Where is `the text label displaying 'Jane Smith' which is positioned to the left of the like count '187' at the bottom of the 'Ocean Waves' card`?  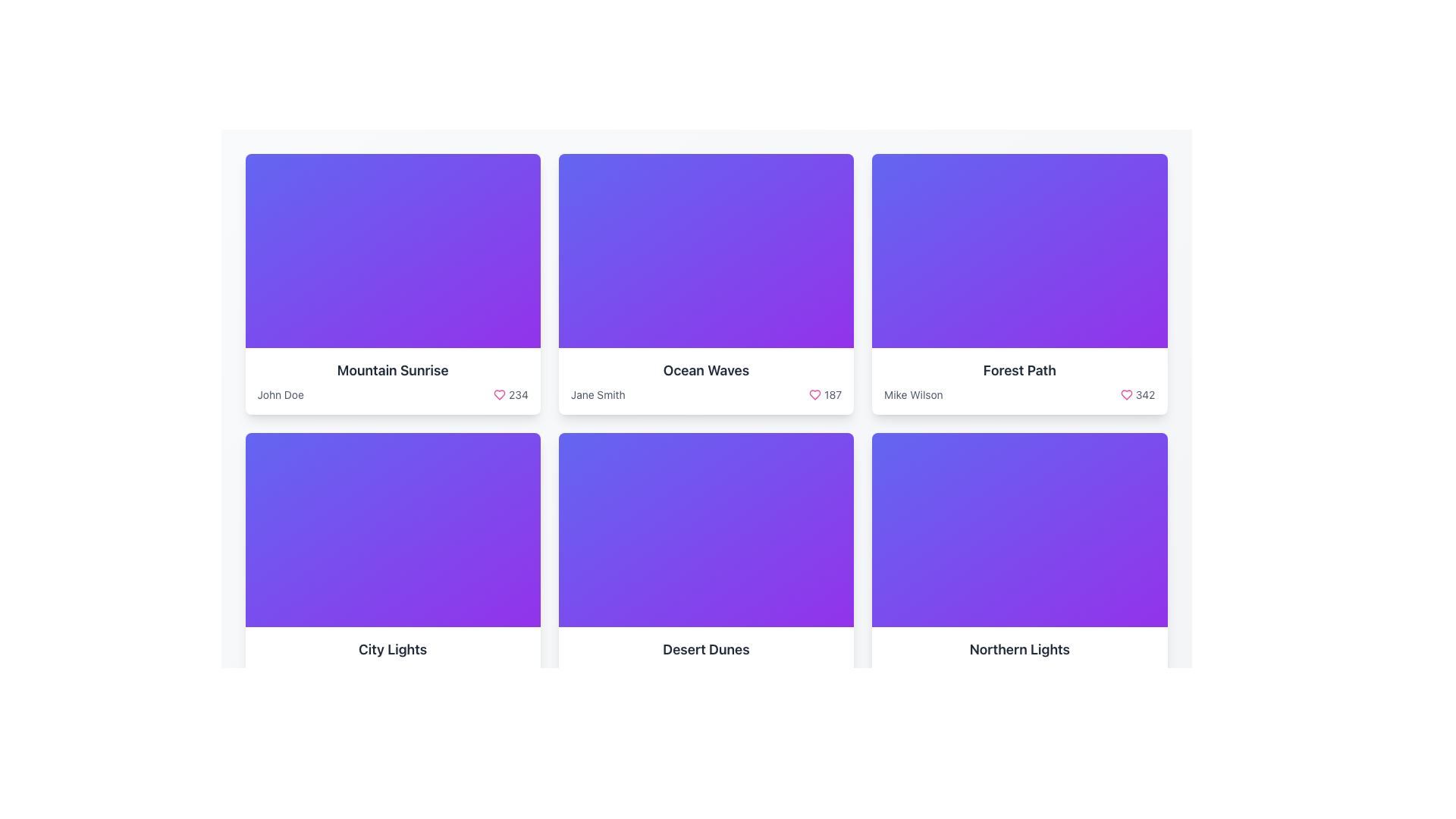
the text label displaying 'Jane Smith' which is positioned to the left of the like count '187' at the bottom of the 'Ocean Waves' card is located at coordinates (597, 394).